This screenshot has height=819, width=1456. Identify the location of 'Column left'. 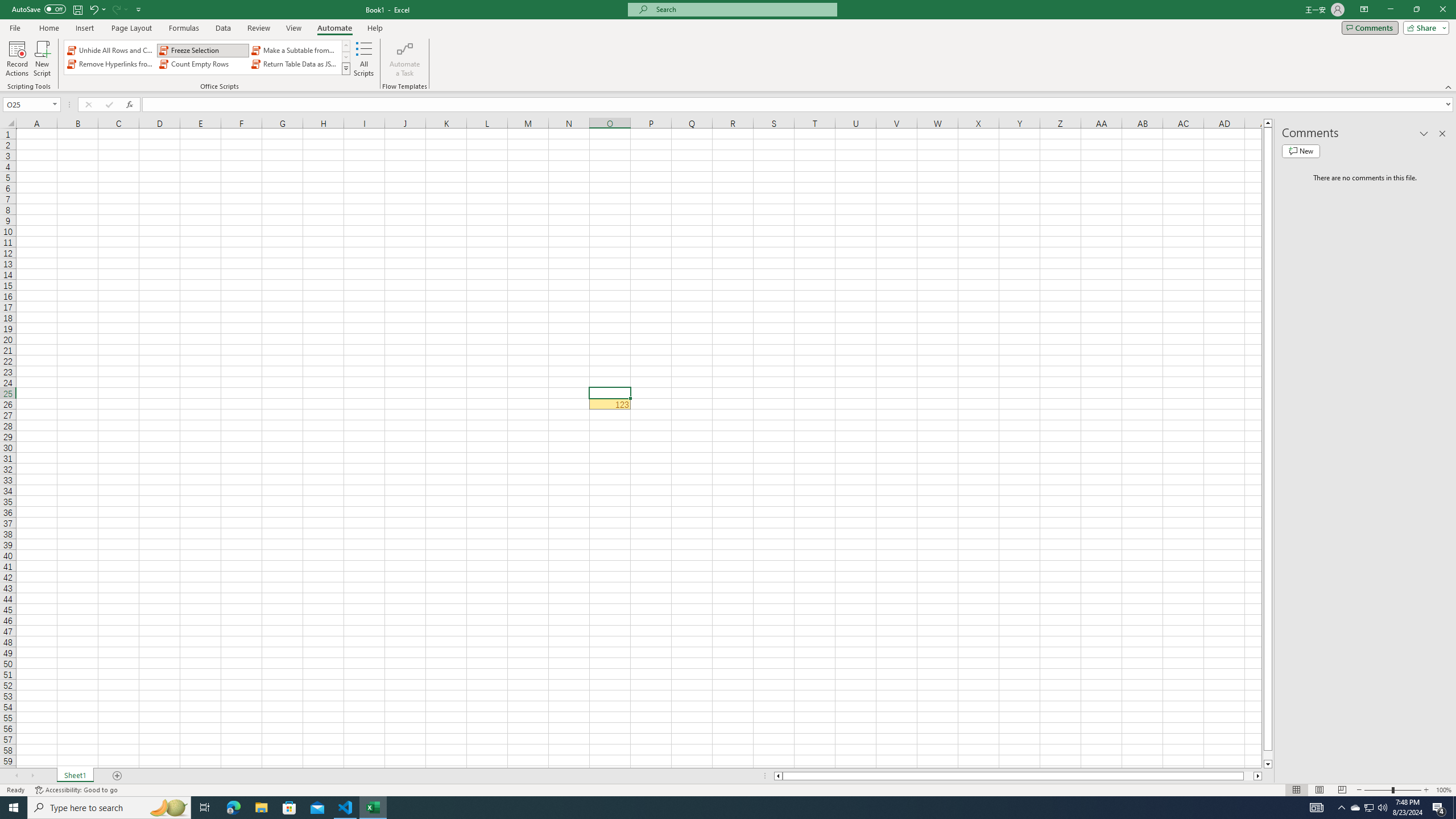
(777, 775).